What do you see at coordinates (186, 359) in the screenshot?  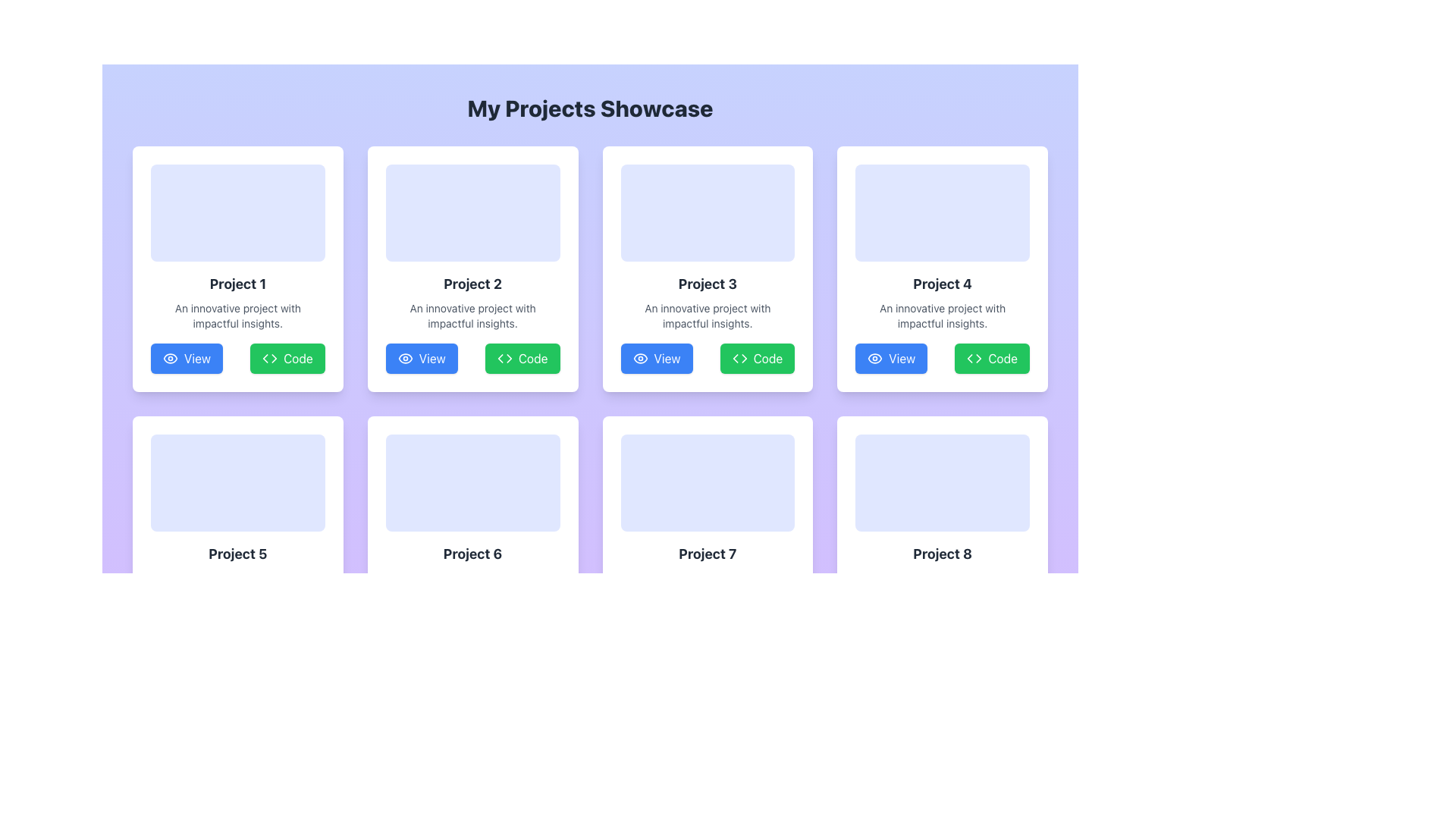 I see `the 'View' button with a blue background and an eye icon located in the lower left corner of the 'Project 1' card` at bounding box center [186, 359].